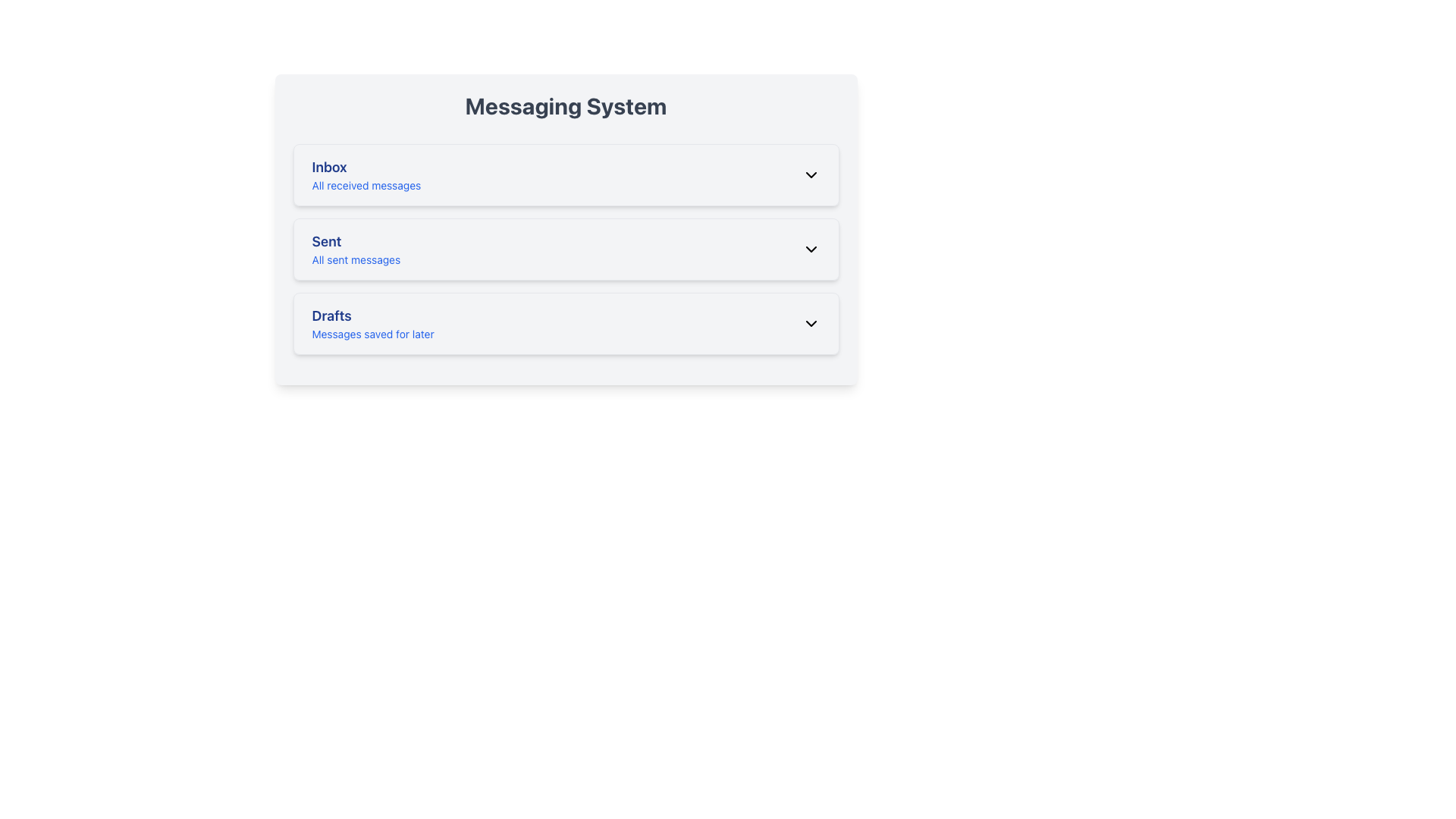  I want to click on the 'Sent' section in the messaging system to activate potential hover effects, so click(565, 230).